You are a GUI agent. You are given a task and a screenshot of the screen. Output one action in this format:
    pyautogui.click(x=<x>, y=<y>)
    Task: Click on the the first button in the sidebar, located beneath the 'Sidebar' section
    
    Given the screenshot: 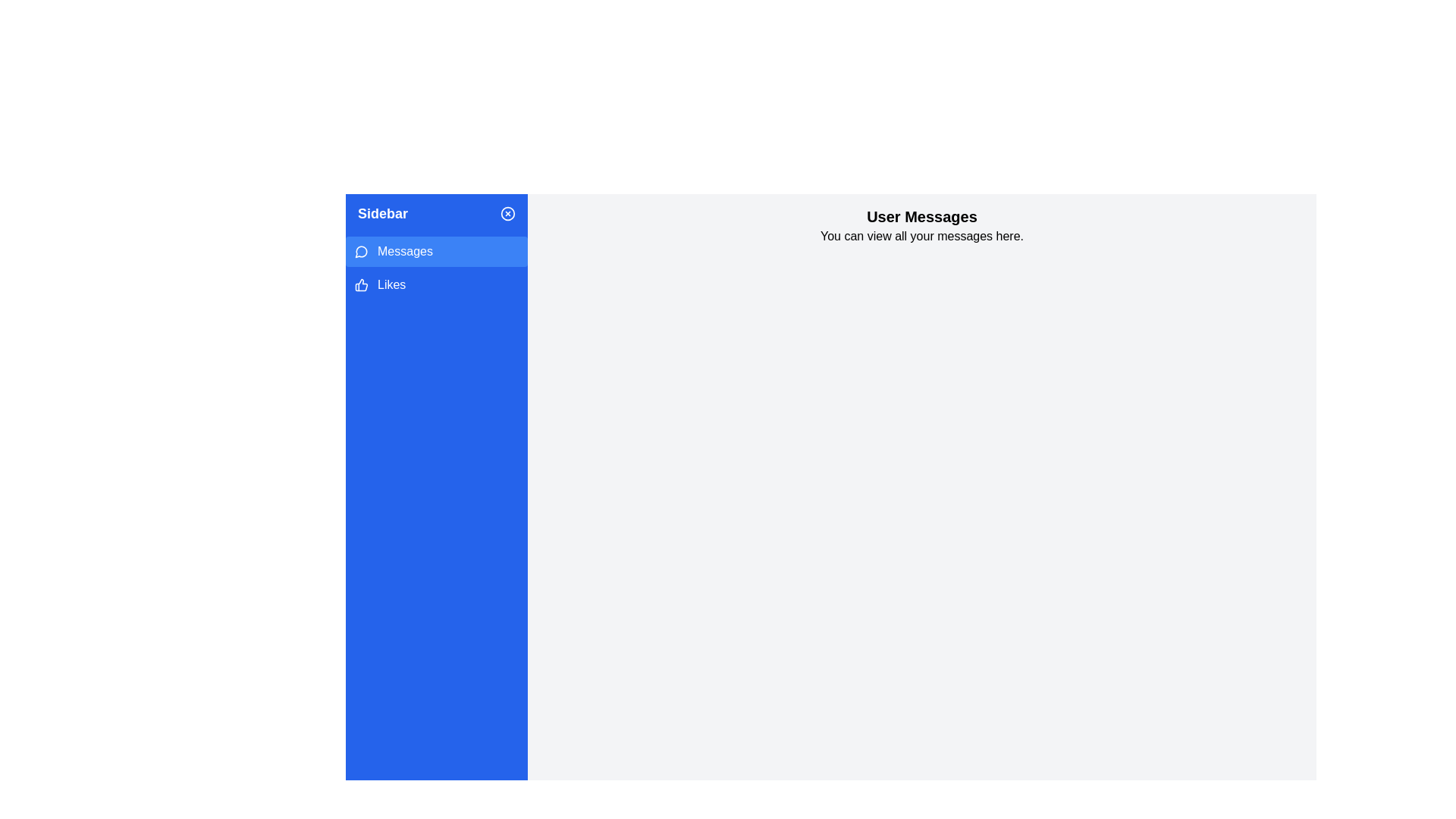 What is the action you would take?
    pyautogui.click(x=436, y=268)
    